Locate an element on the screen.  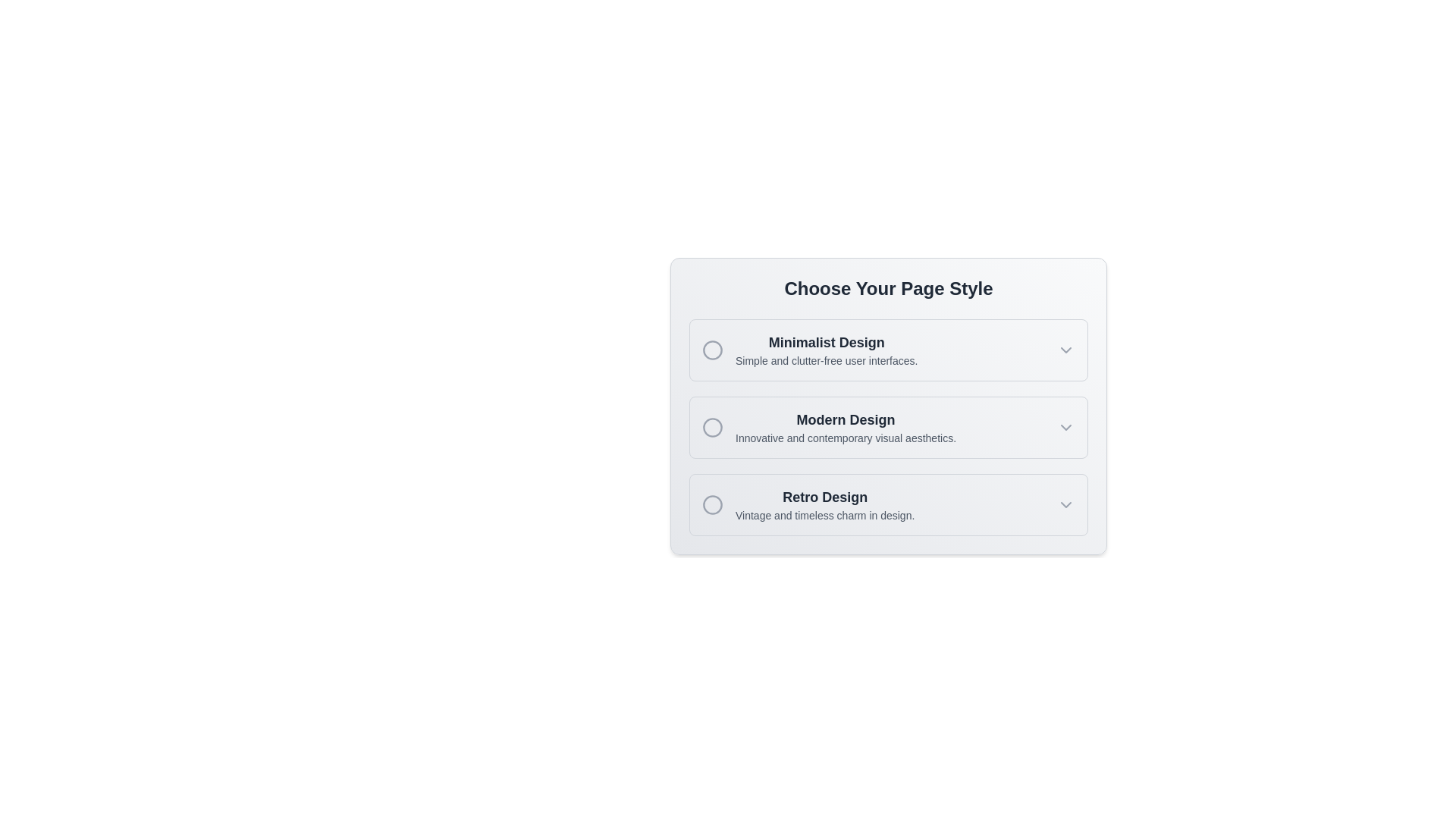
the radio button indicating the 'Retro Design' option in the 'Choose Your Page Style' section is located at coordinates (712, 505).